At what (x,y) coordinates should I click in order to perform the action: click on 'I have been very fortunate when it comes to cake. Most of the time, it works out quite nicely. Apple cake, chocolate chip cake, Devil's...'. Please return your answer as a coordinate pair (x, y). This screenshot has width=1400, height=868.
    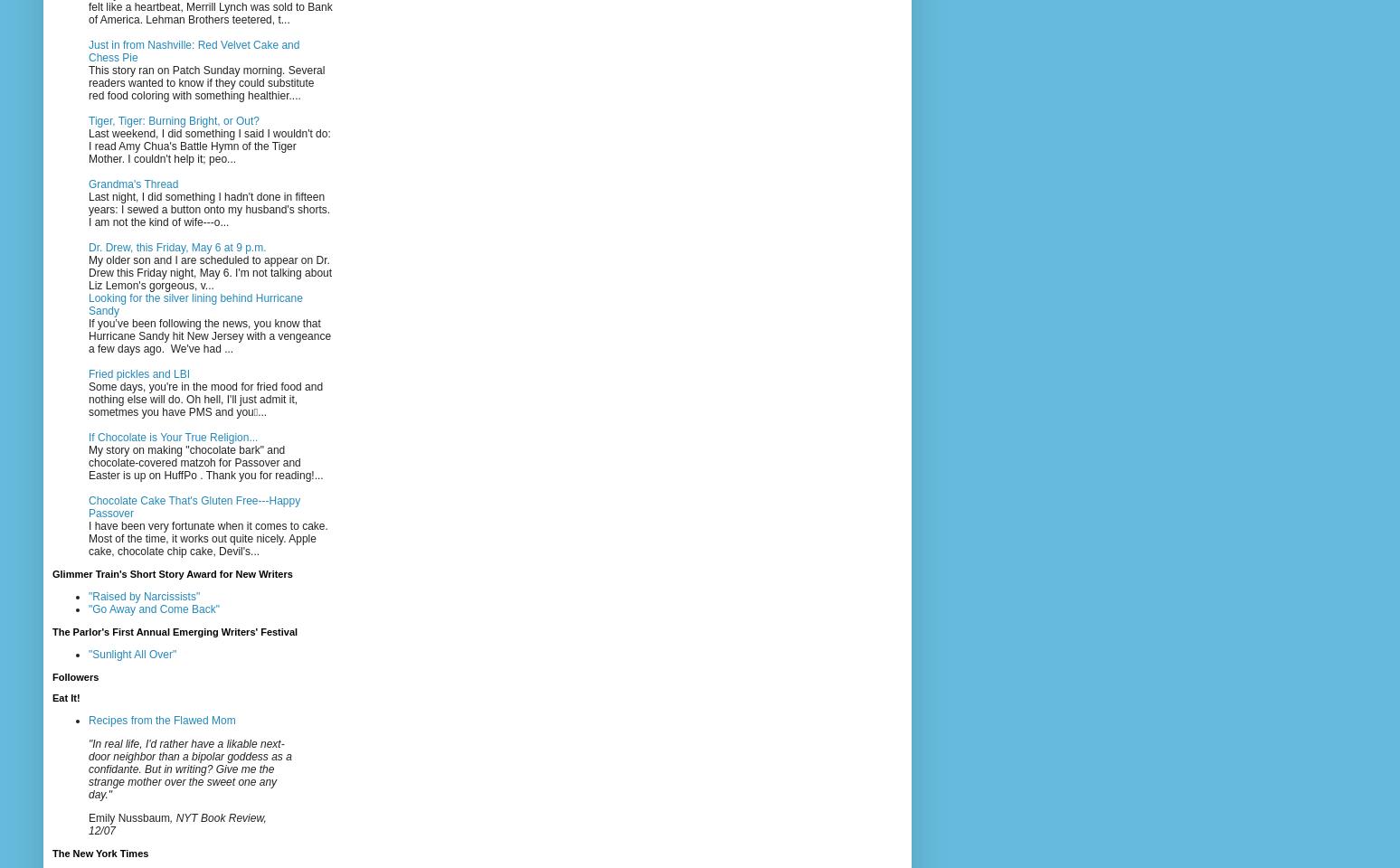
    Looking at the image, I should click on (87, 538).